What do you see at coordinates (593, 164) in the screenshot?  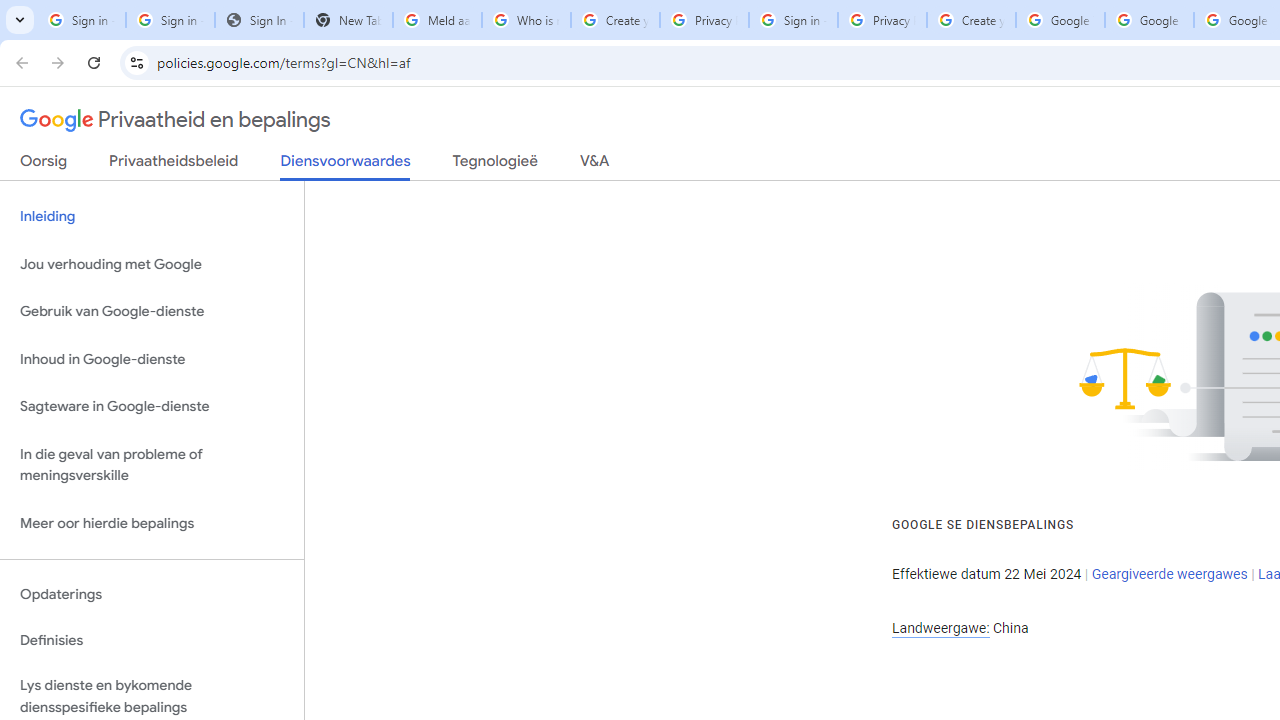 I see `'V&A'` at bounding box center [593, 164].